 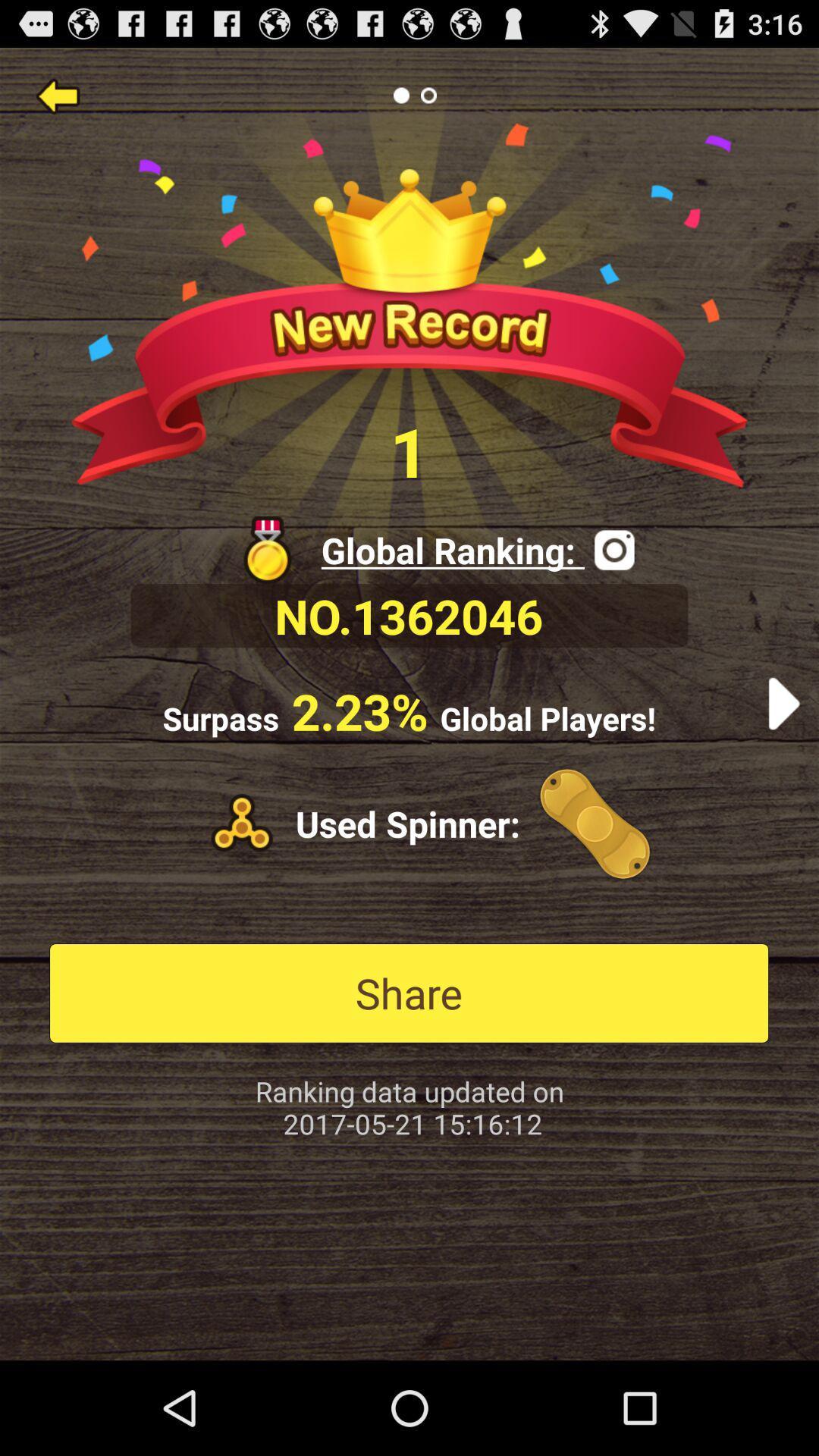 What do you see at coordinates (57, 94) in the screenshot?
I see `go back` at bounding box center [57, 94].